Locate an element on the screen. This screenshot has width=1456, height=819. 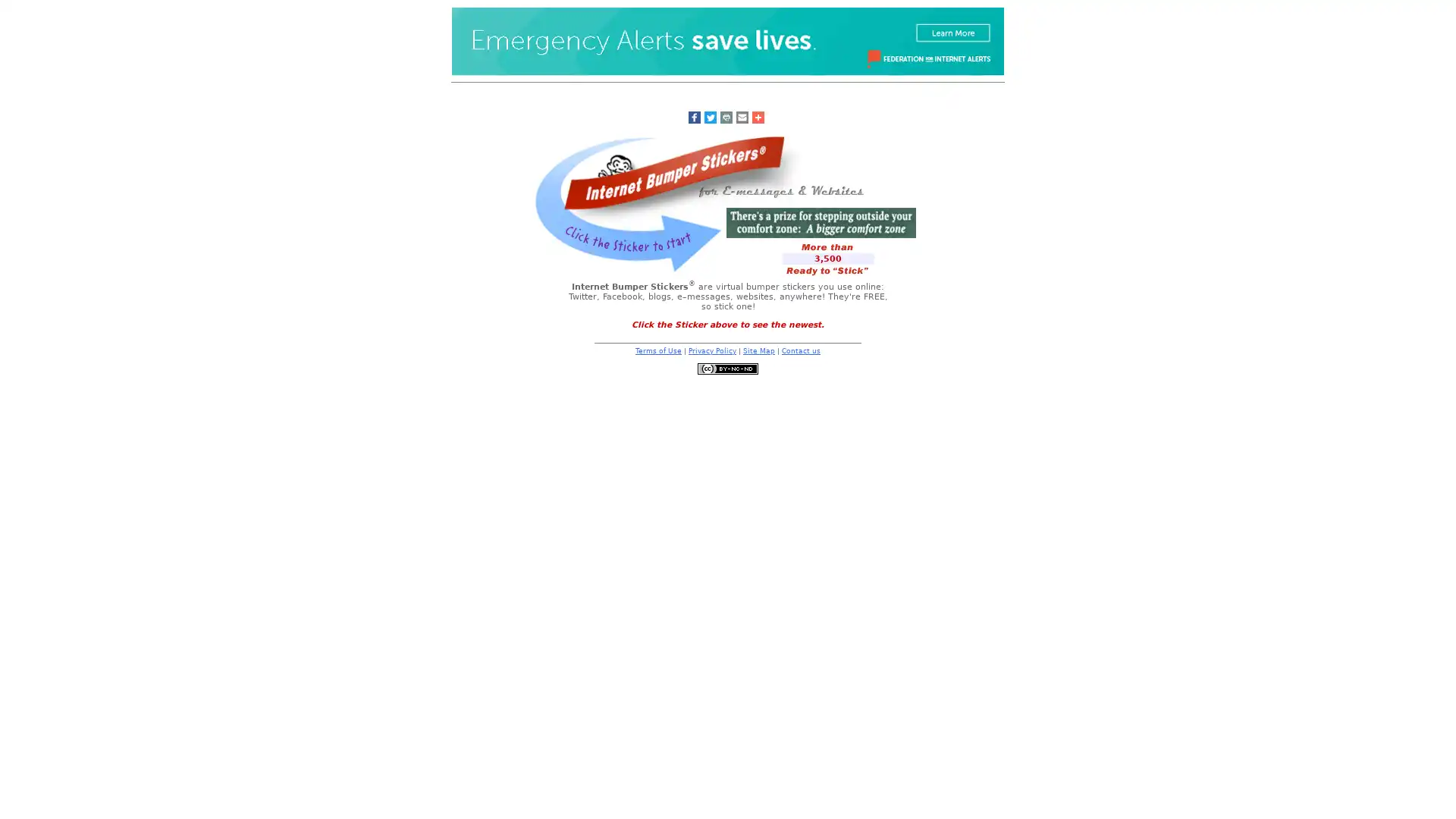
Share to Print is located at coordinates (724, 116).